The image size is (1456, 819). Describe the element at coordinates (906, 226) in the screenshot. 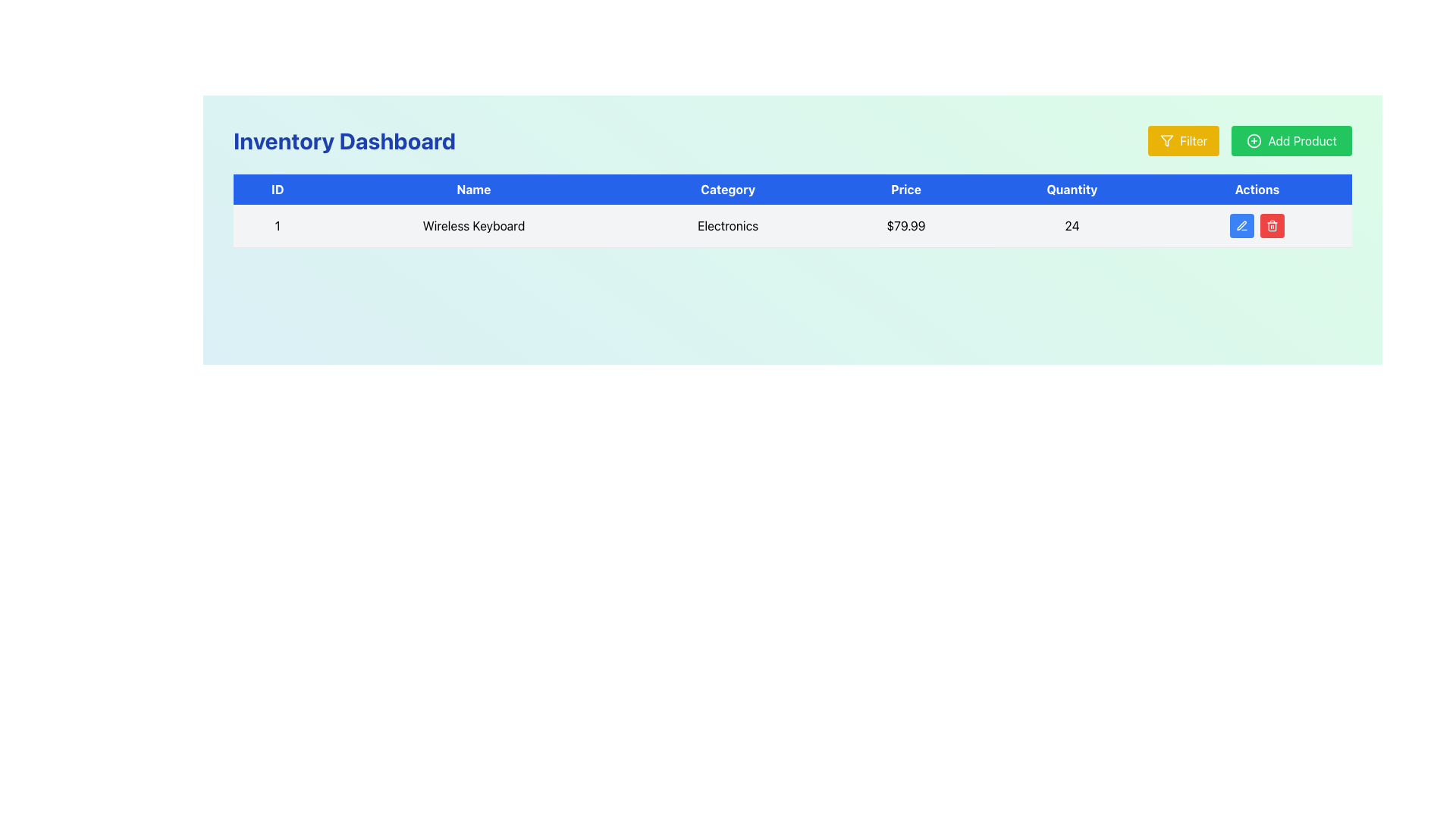

I see `the text displaying the price '$79.99' located in the 'Price' column of the row for the product 'Wireless Keyboard'` at that location.